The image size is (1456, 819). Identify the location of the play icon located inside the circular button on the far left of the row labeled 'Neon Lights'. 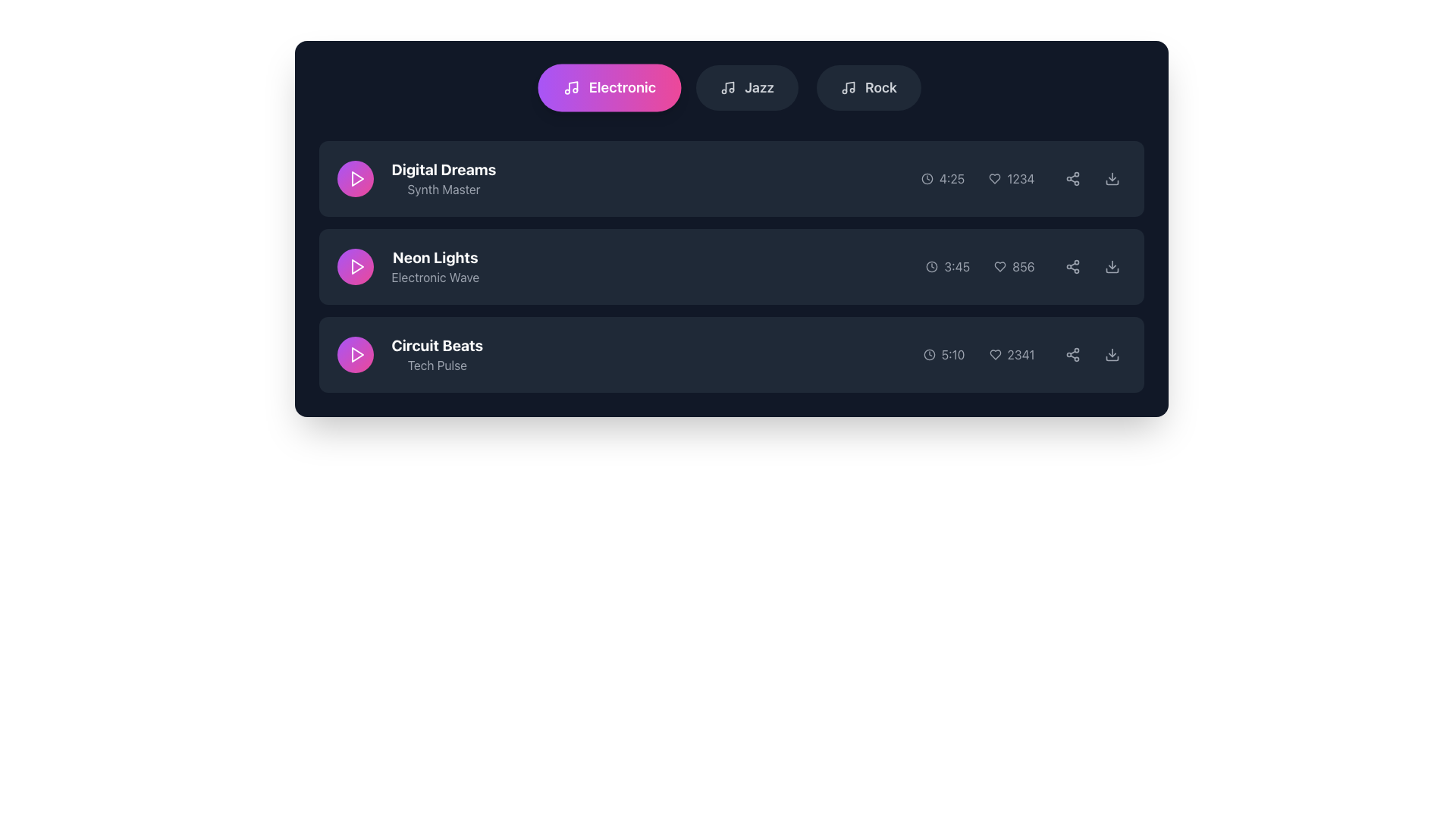
(356, 265).